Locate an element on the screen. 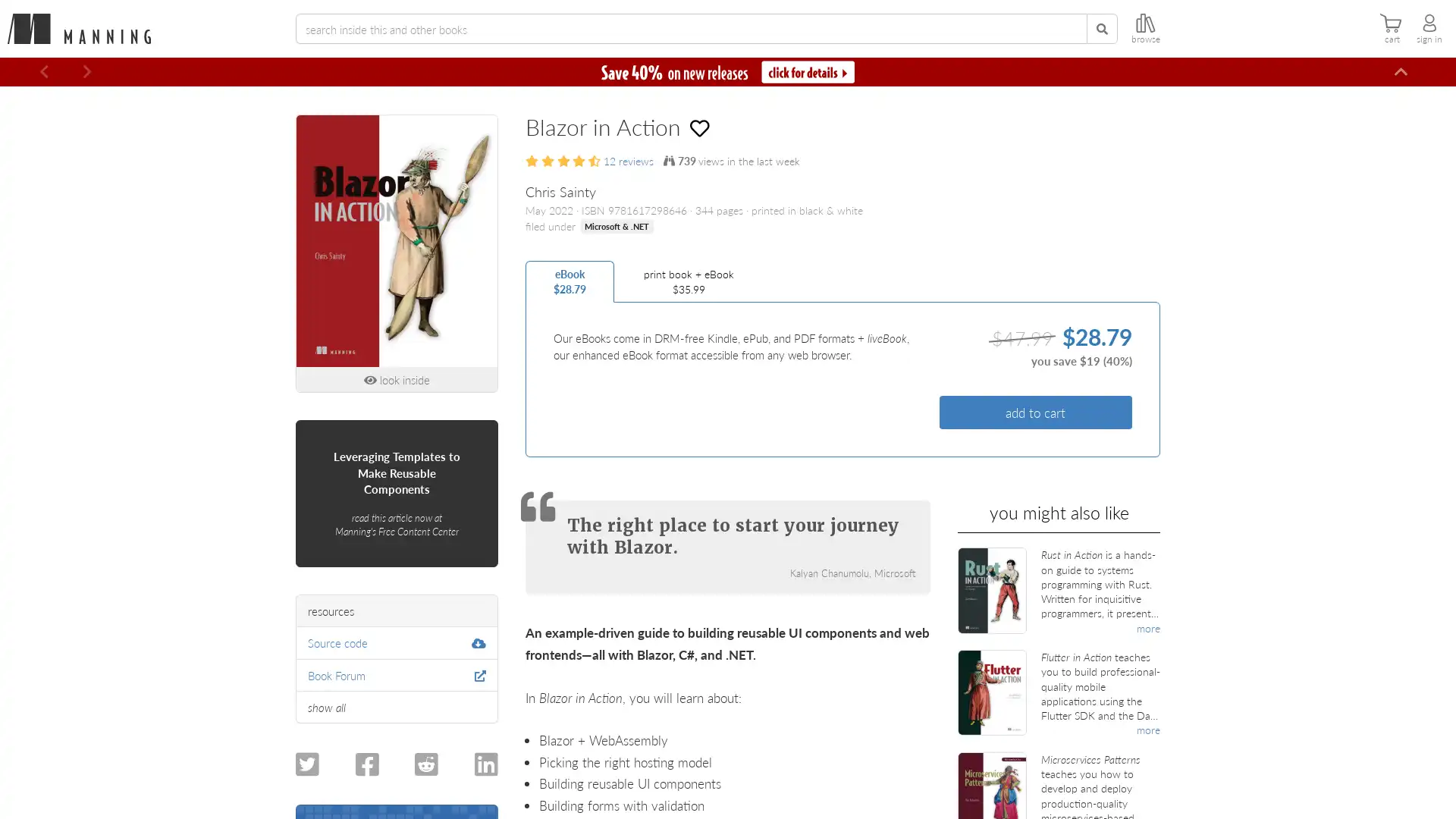 The width and height of the screenshot is (1456, 819). Next is located at coordinates (86, 72).